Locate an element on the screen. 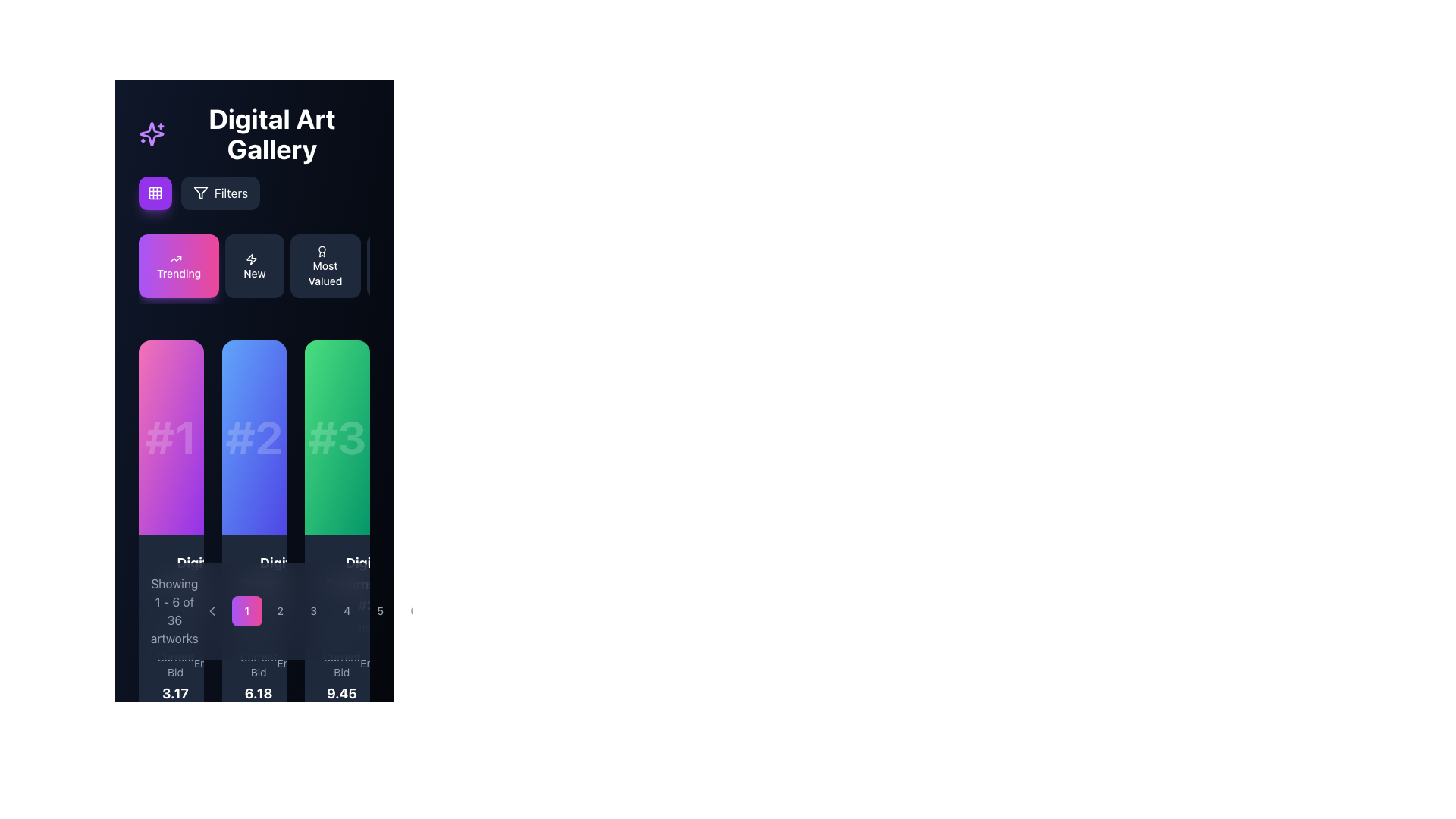 The width and height of the screenshot is (1456, 819). the 'Most Valued' button, which is the third button in a horizontal row, located slightly below the 'Digital Art Gallery' title is located at coordinates (325, 265).